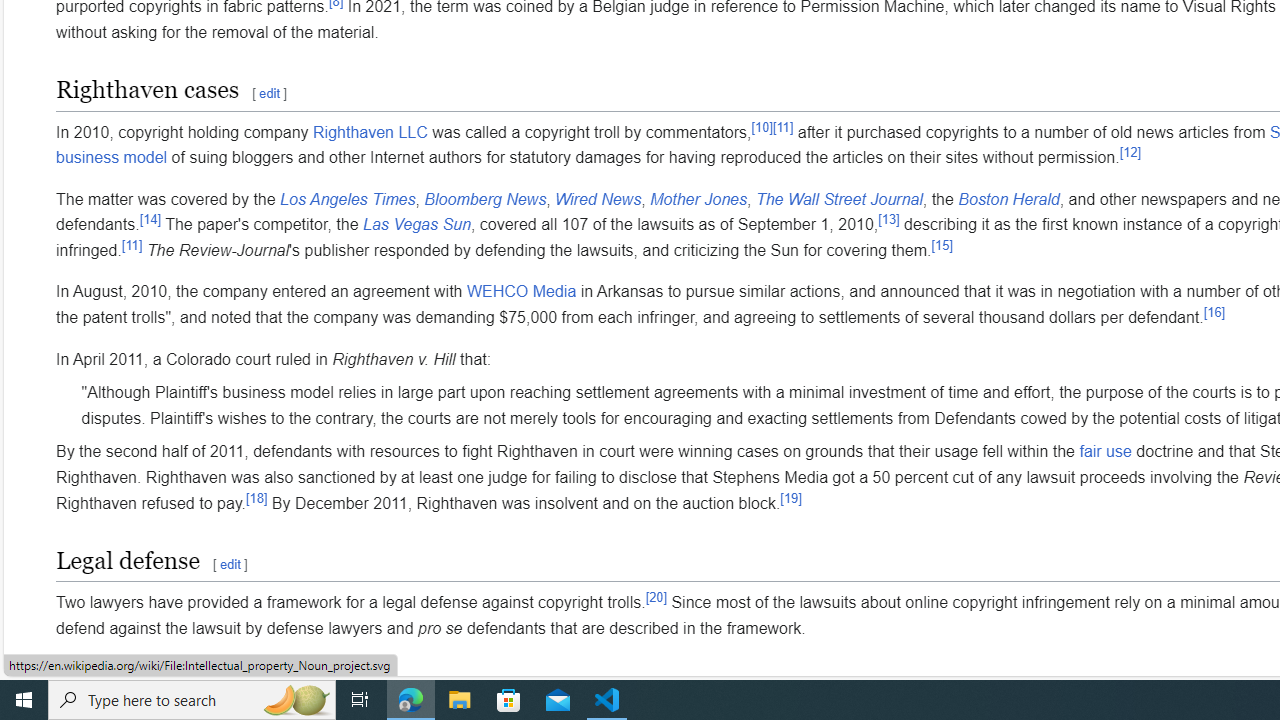  What do you see at coordinates (370, 132) in the screenshot?
I see `'Righthaven LLC'` at bounding box center [370, 132].